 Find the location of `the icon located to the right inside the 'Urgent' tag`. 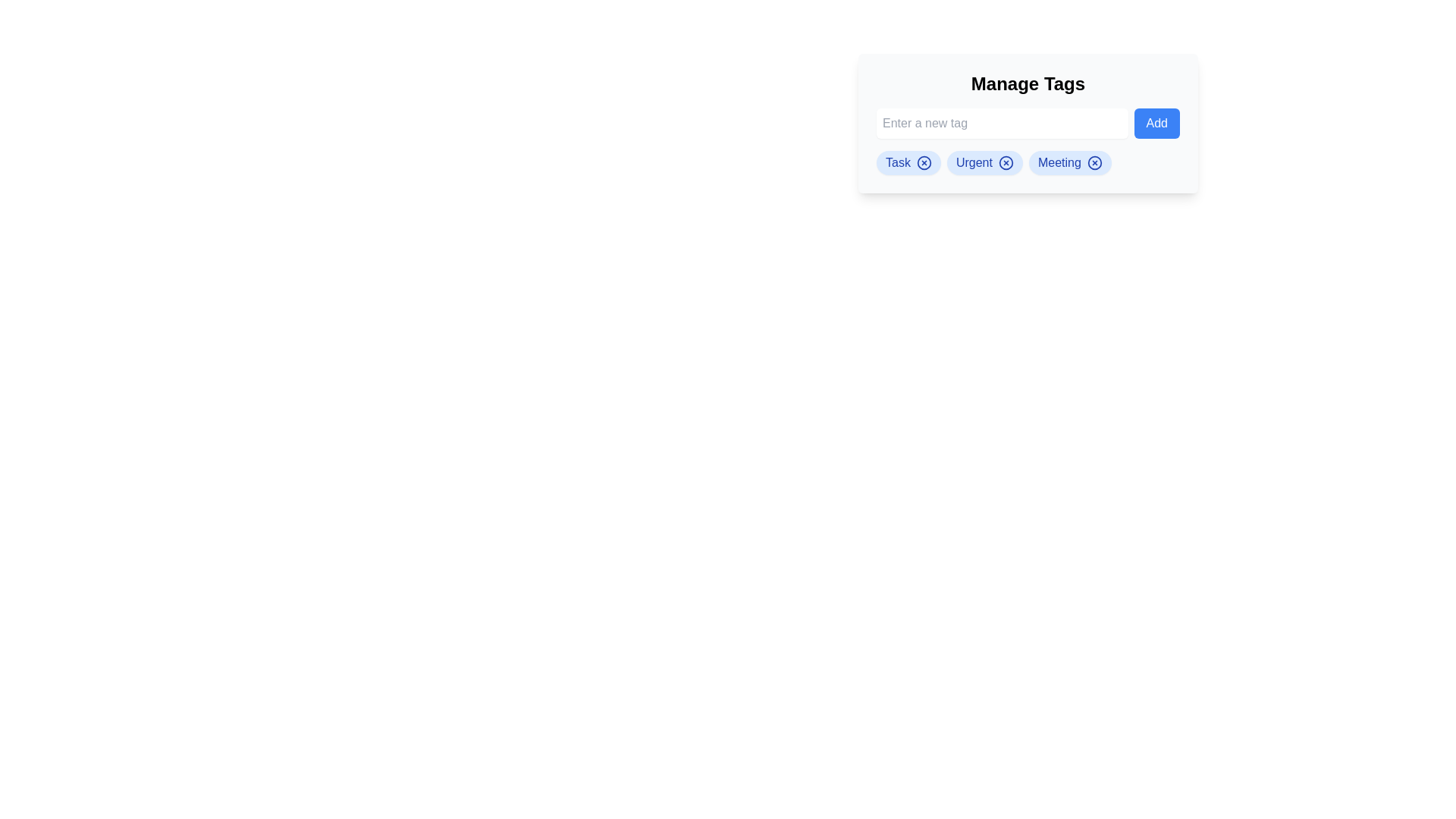

the icon located to the right inside the 'Urgent' tag is located at coordinates (1006, 163).